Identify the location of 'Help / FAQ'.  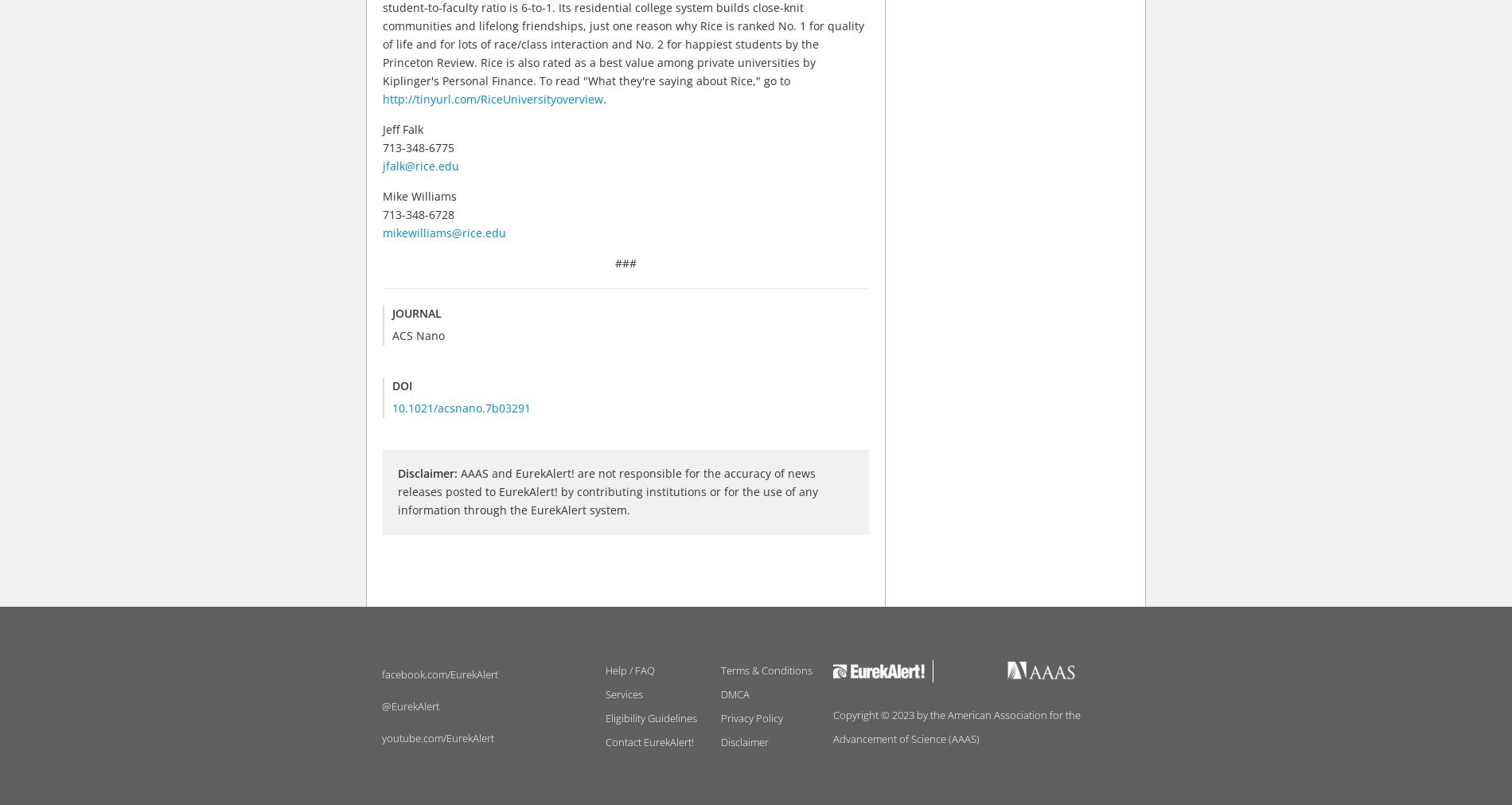
(628, 668).